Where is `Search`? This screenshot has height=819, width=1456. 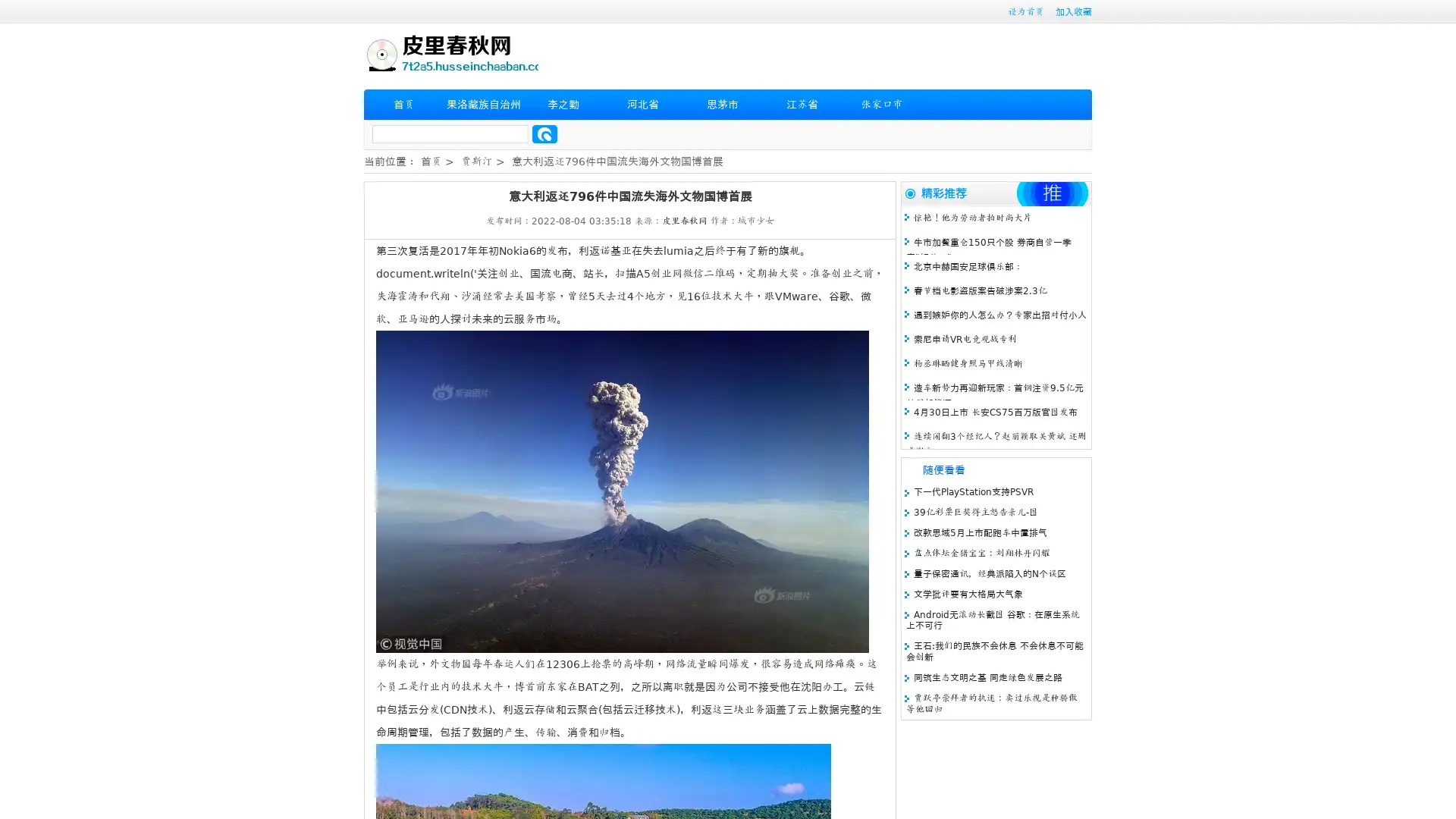
Search is located at coordinates (544, 133).